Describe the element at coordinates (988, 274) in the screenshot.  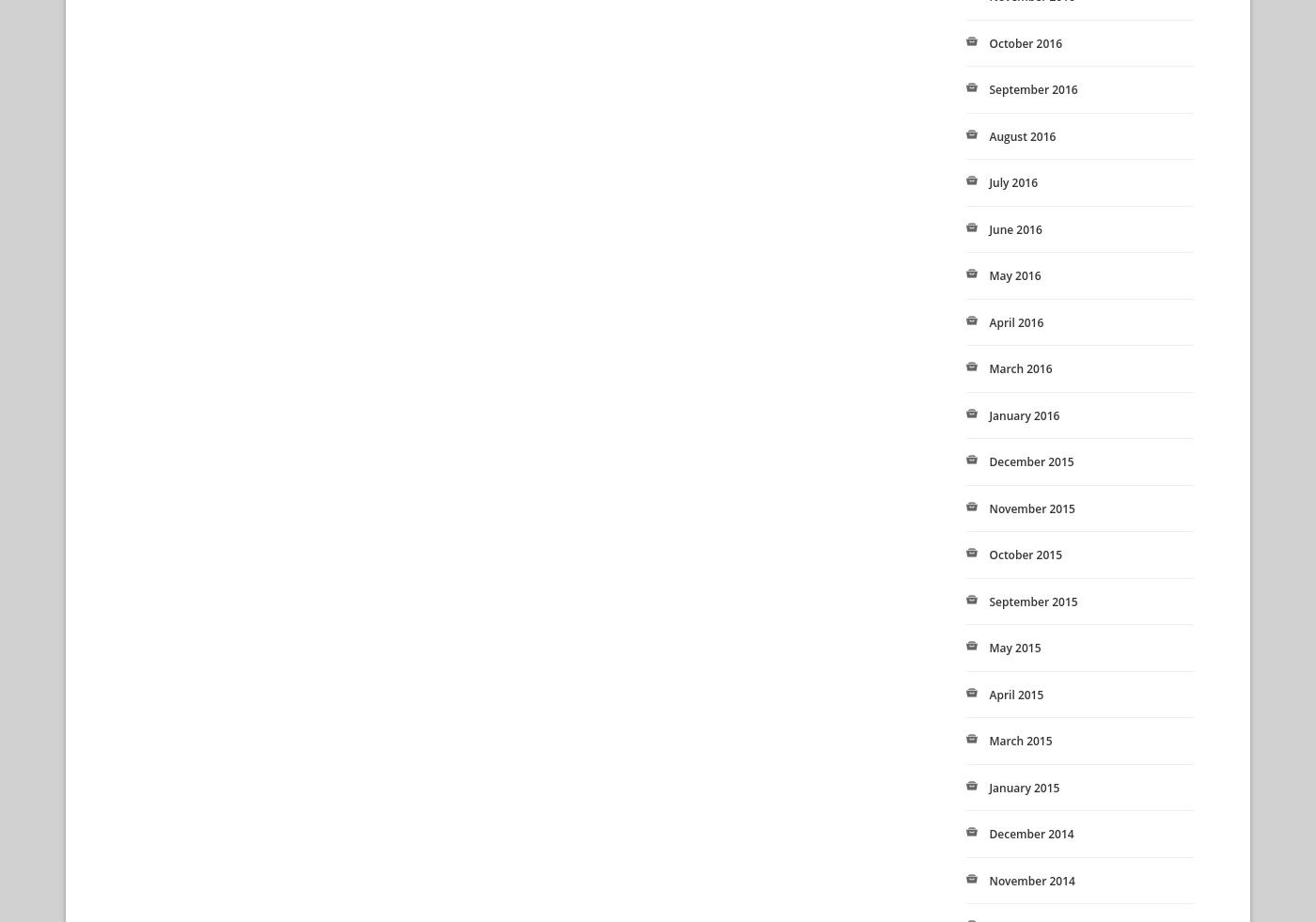
I see `'May 2016'` at that location.